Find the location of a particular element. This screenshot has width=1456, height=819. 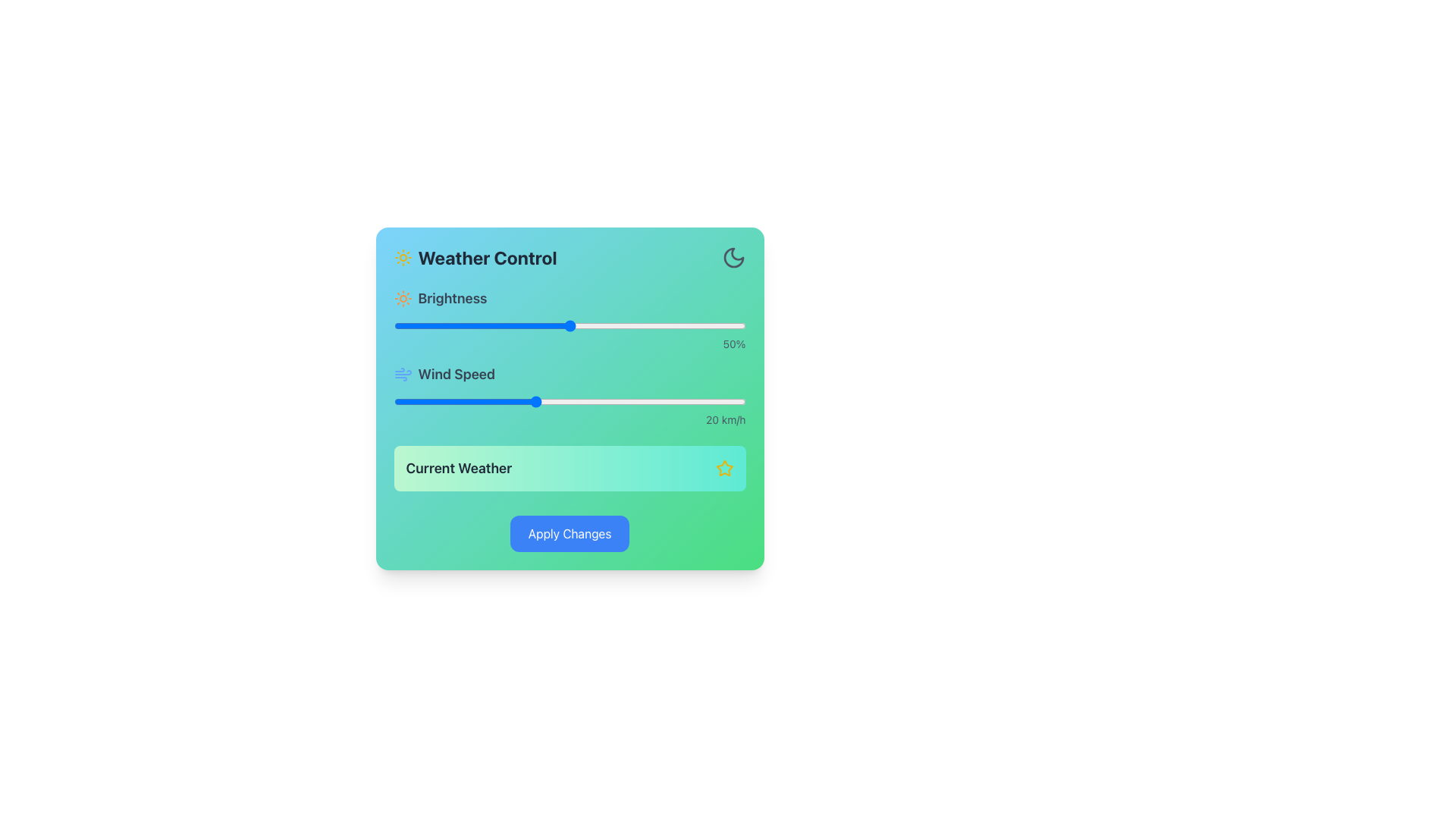

the wind speed control slider is located at coordinates (569, 394).